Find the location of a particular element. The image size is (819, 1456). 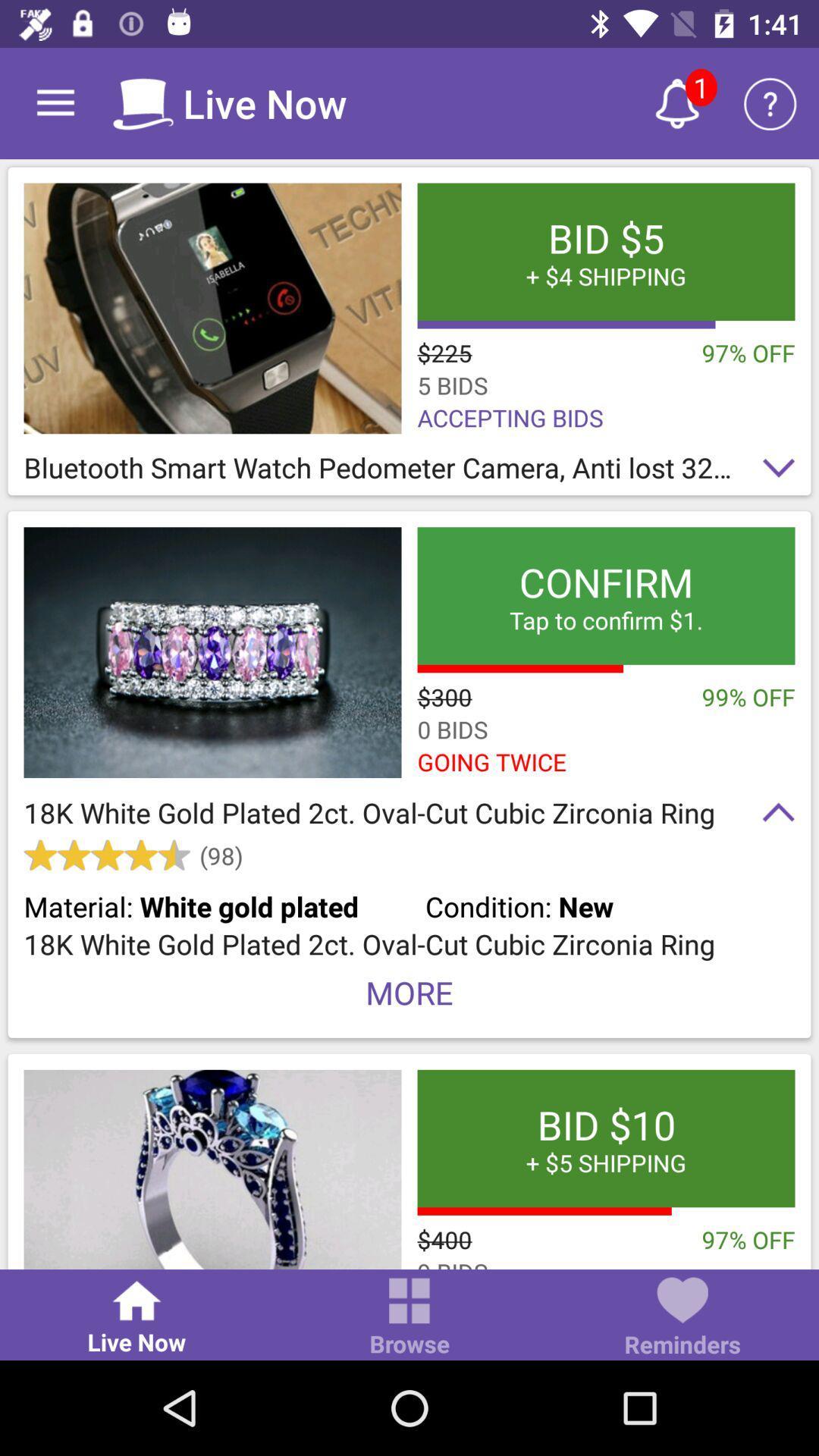

photo of ring link to item for sale is located at coordinates (212, 1169).